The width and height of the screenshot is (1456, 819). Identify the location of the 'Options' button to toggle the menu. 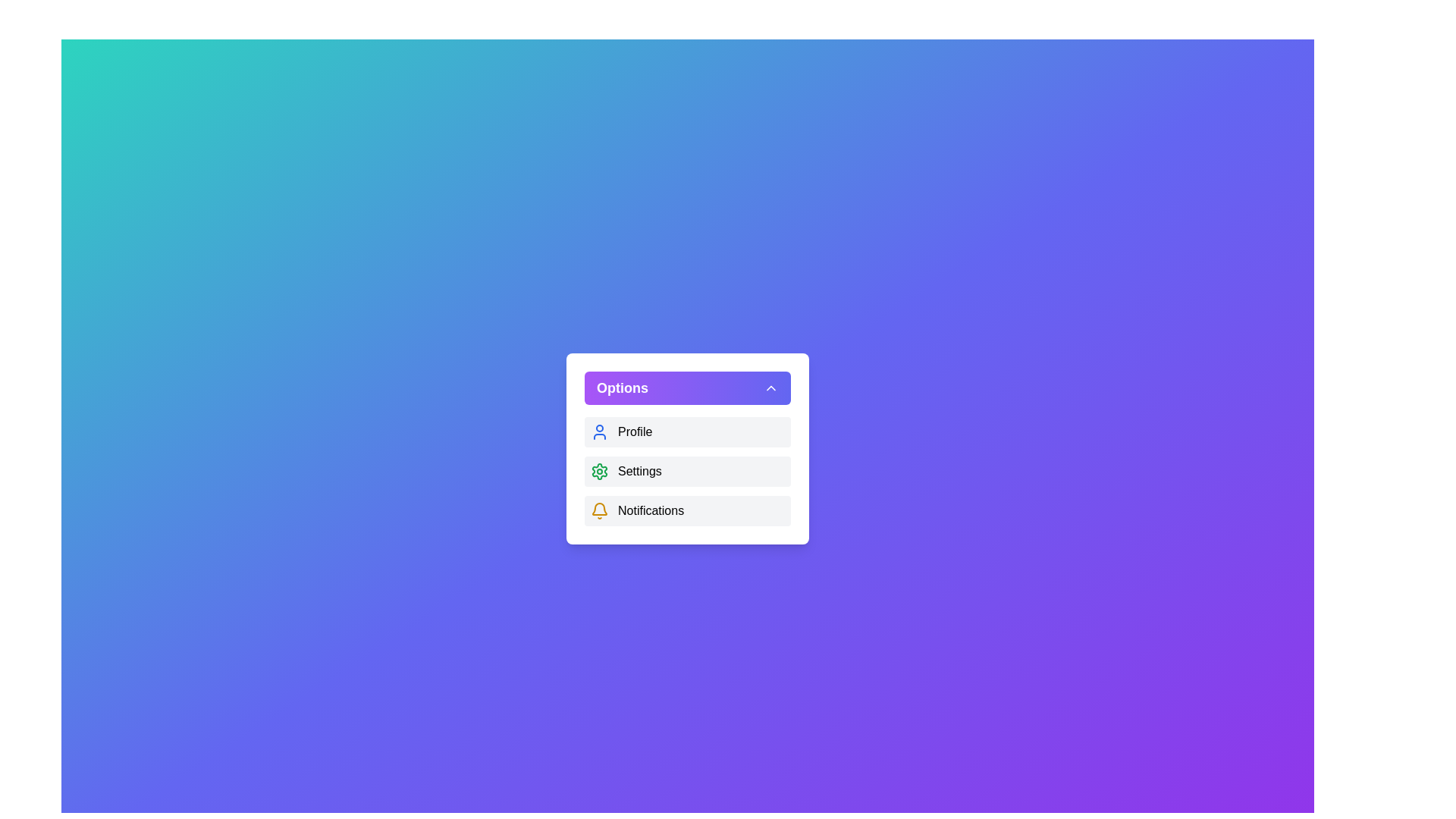
(687, 388).